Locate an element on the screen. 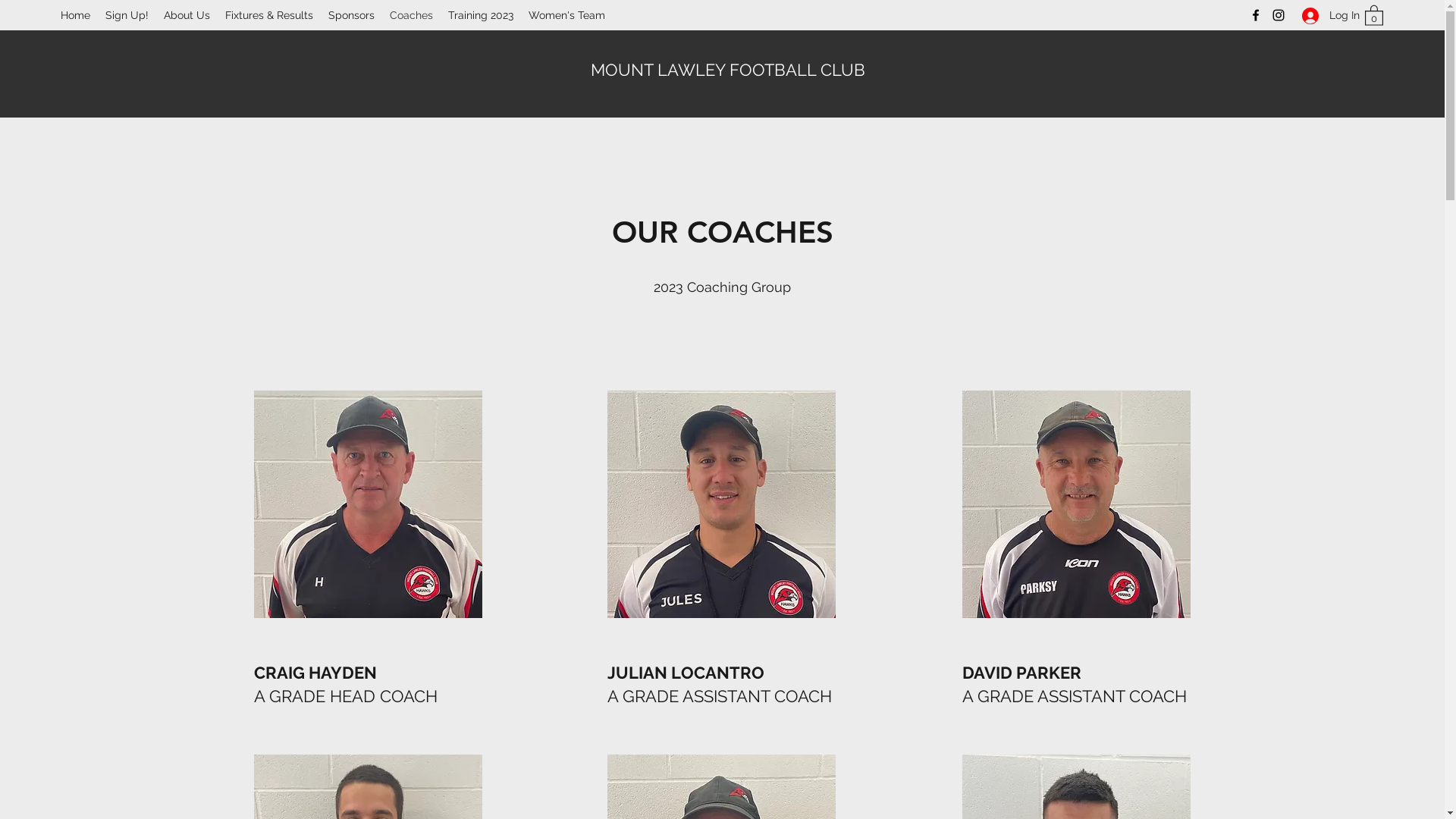 The image size is (1456, 819). 'Sponsors' is located at coordinates (350, 14).